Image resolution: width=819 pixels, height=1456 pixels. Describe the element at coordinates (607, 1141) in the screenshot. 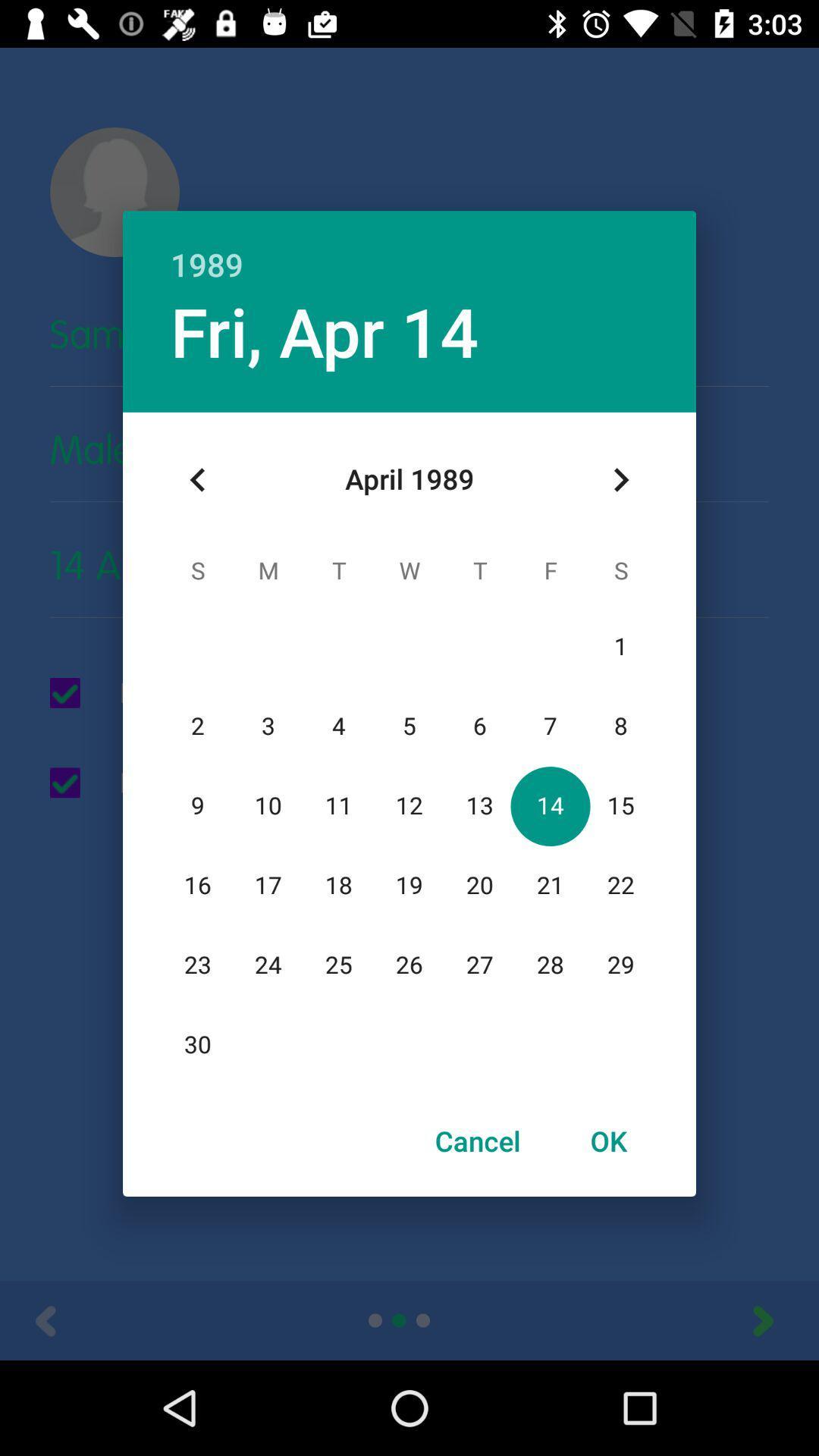

I see `item next to cancel icon` at that location.